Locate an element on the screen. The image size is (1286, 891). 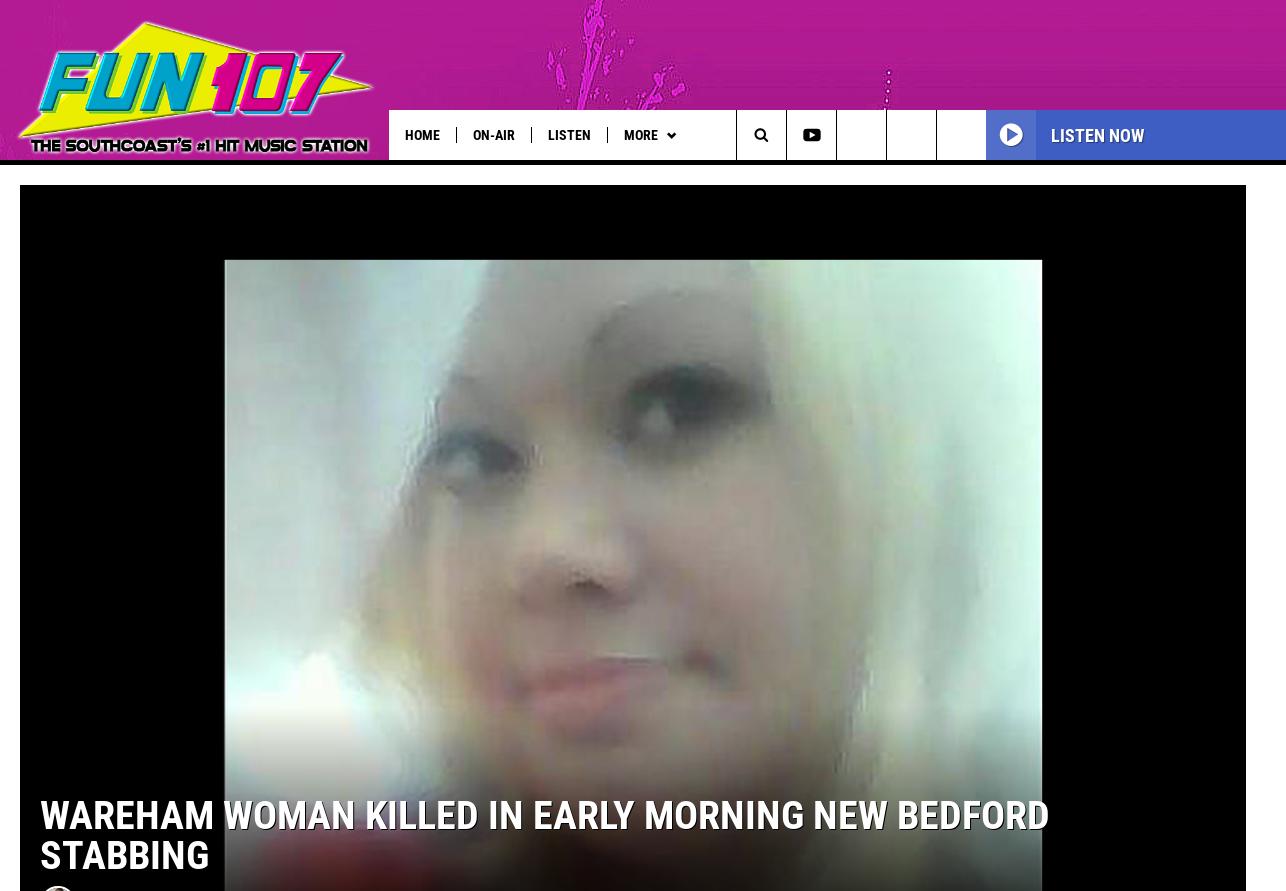
'Wet Nose Wednesday' is located at coordinates (775, 174).